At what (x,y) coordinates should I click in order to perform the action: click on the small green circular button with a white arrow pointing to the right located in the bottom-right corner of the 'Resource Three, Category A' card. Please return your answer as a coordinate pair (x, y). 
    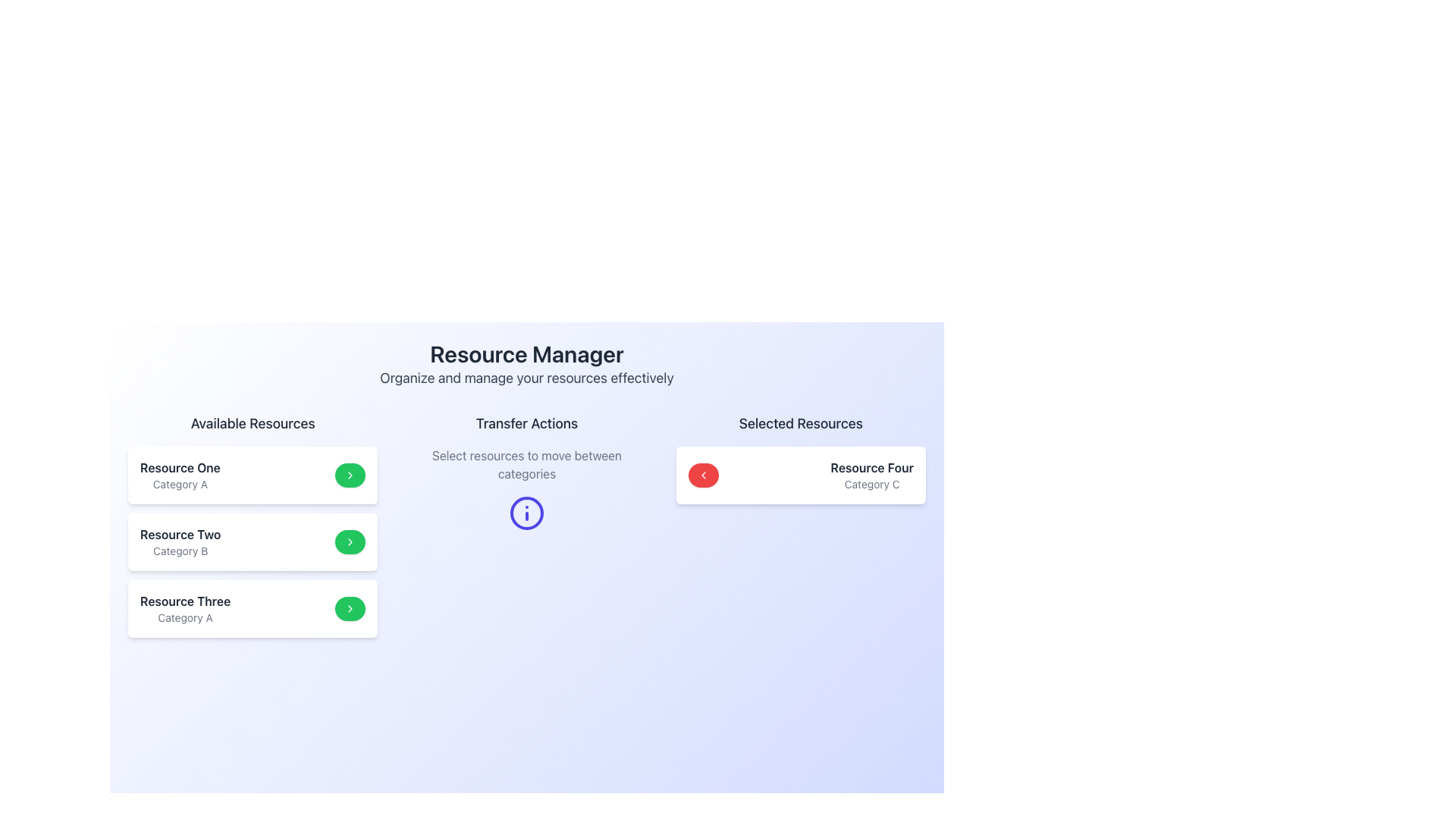
    Looking at the image, I should click on (350, 607).